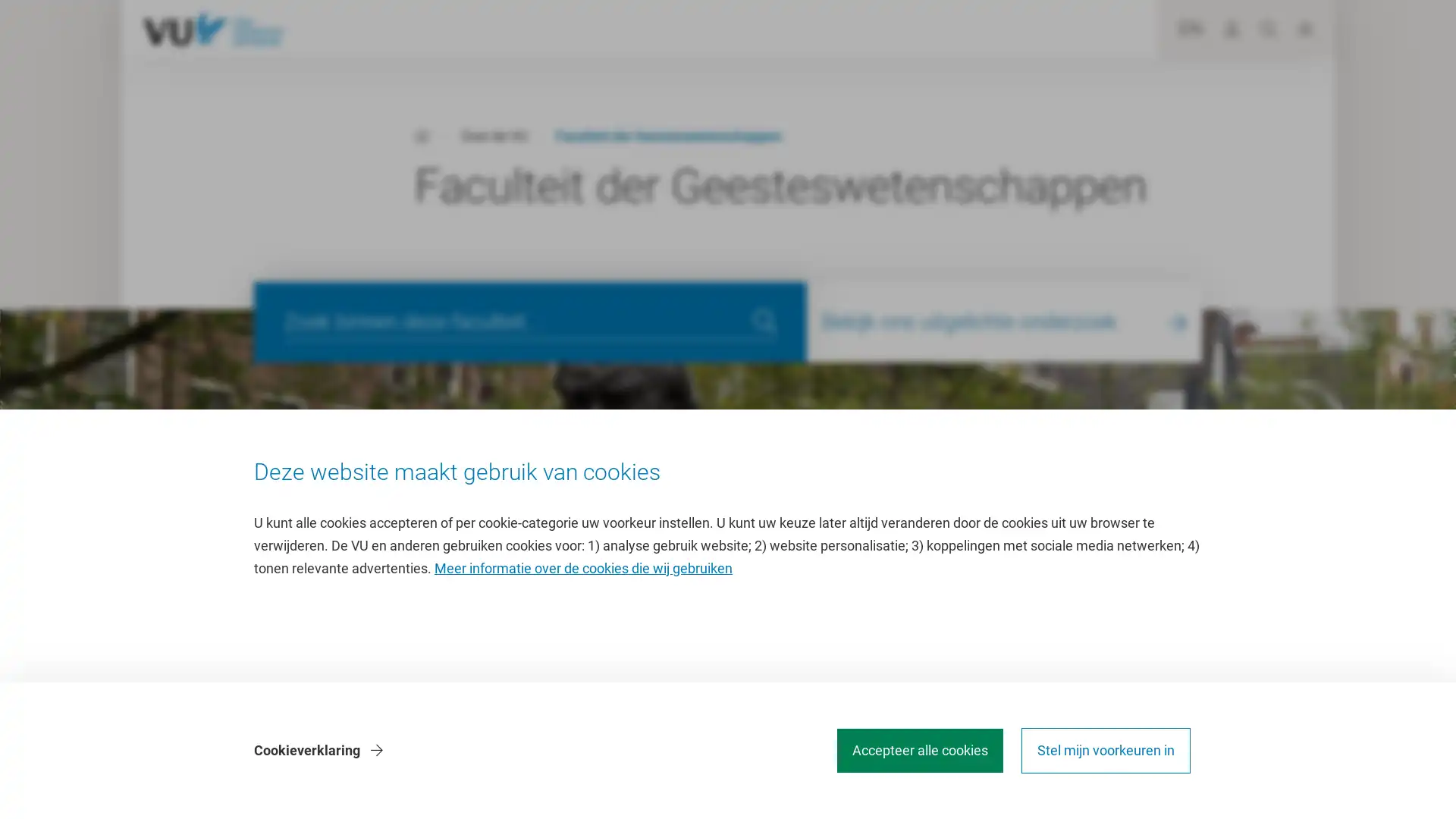 The height and width of the screenshot is (819, 1456). I want to click on search, so click(764, 321).